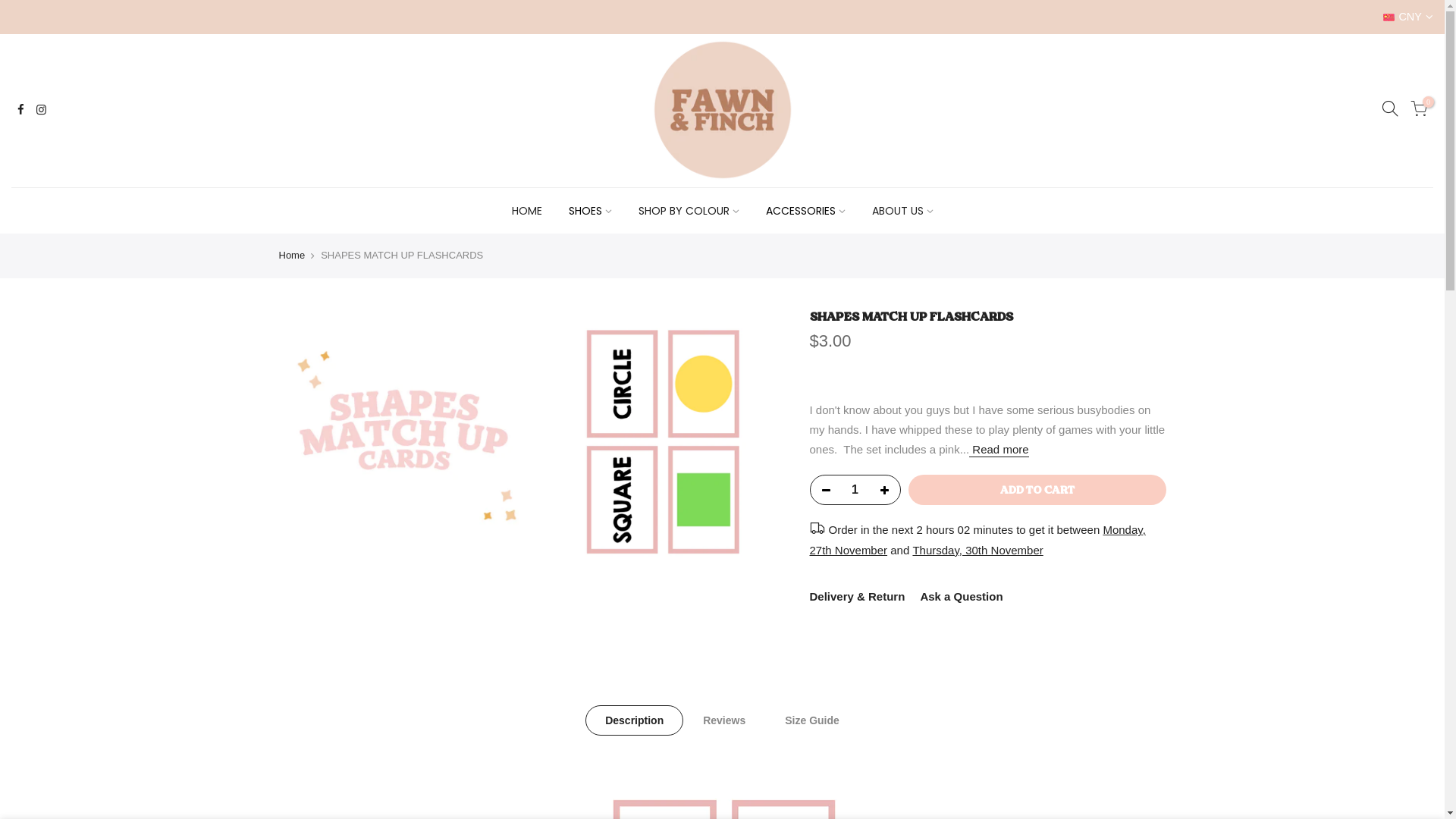 Image resolution: width=1456 pixels, height=819 pixels. I want to click on 'ADD TO CART', so click(1037, 489).